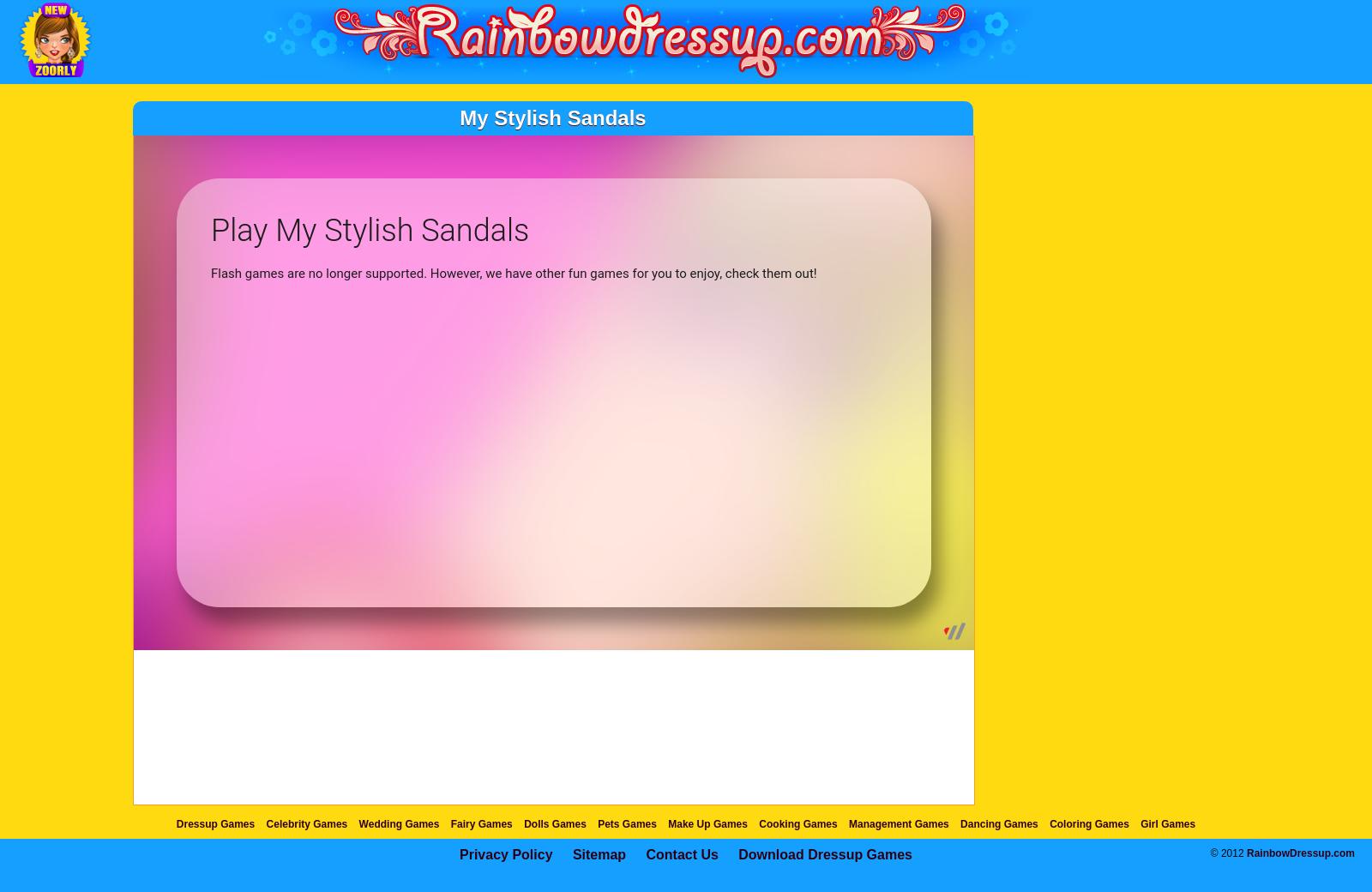 This screenshot has height=892, width=1372. What do you see at coordinates (505, 854) in the screenshot?
I see `'Privacy Policy'` at bounding box center [505, 854].